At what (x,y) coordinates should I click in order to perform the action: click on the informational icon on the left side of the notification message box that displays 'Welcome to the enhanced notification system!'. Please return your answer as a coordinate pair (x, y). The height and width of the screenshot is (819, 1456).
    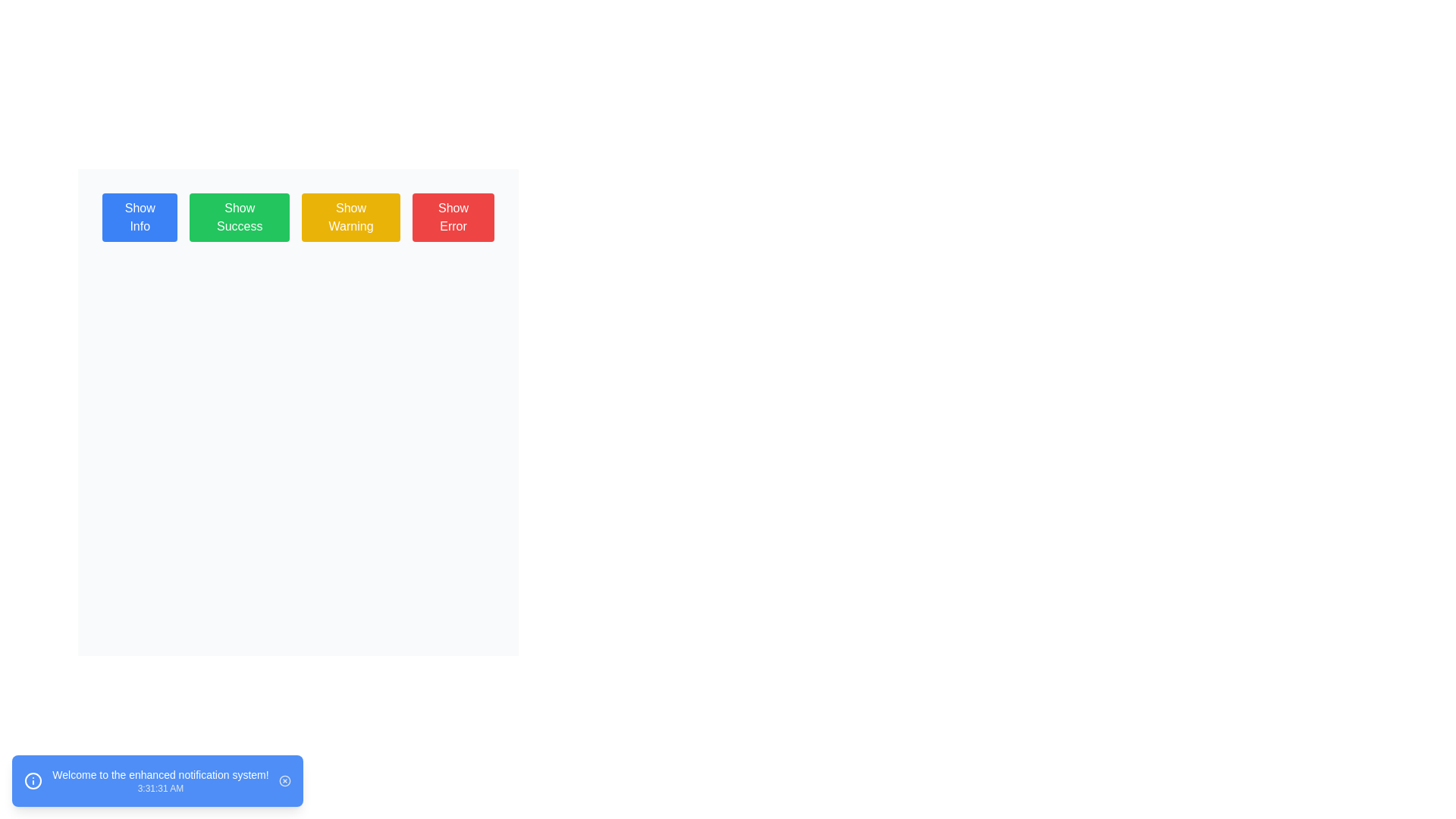
    Looking at the image, I should click on (33, 780).